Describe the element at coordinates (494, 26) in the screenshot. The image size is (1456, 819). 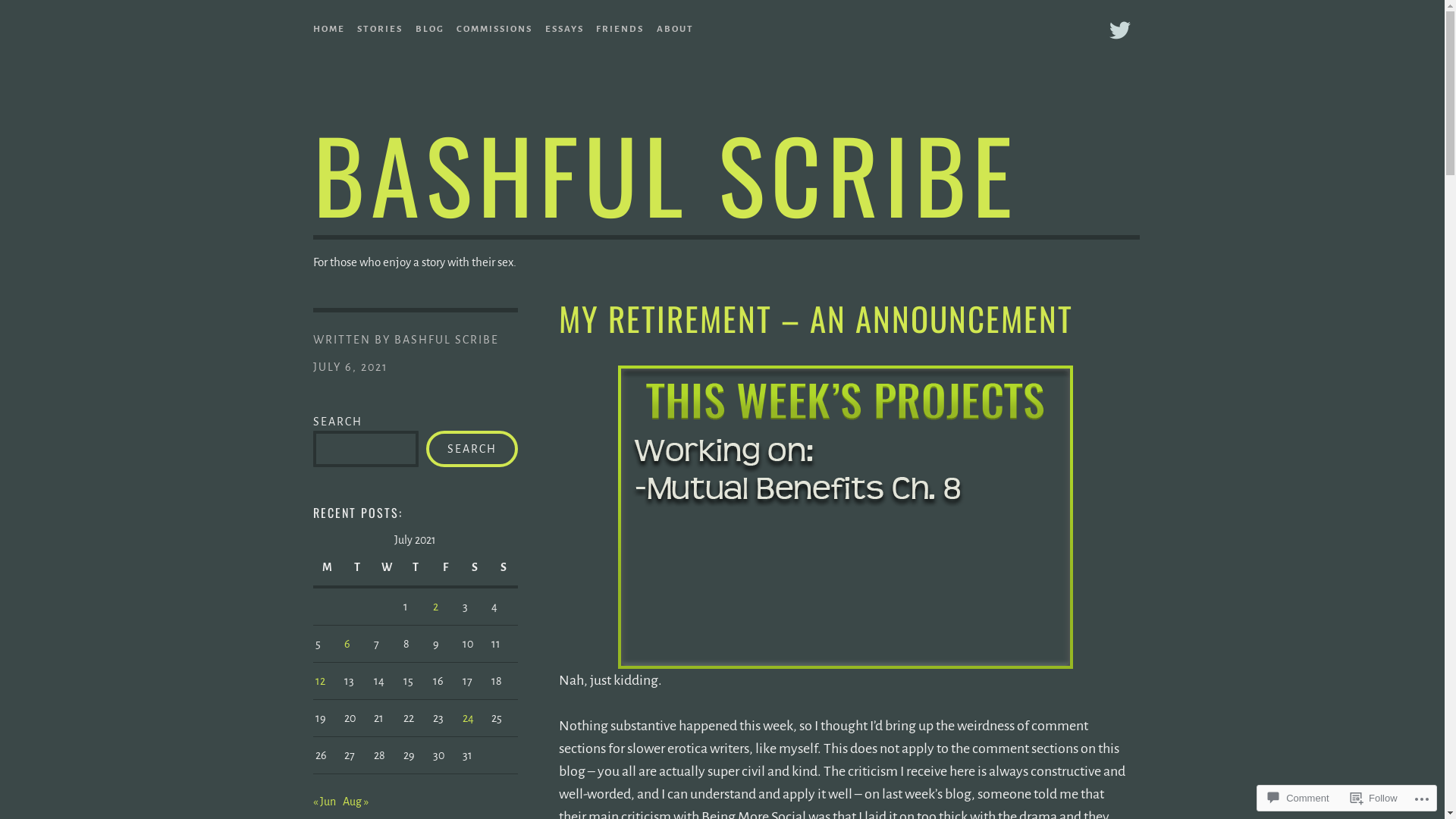
I see `'COMMISSIONS'` at that location.